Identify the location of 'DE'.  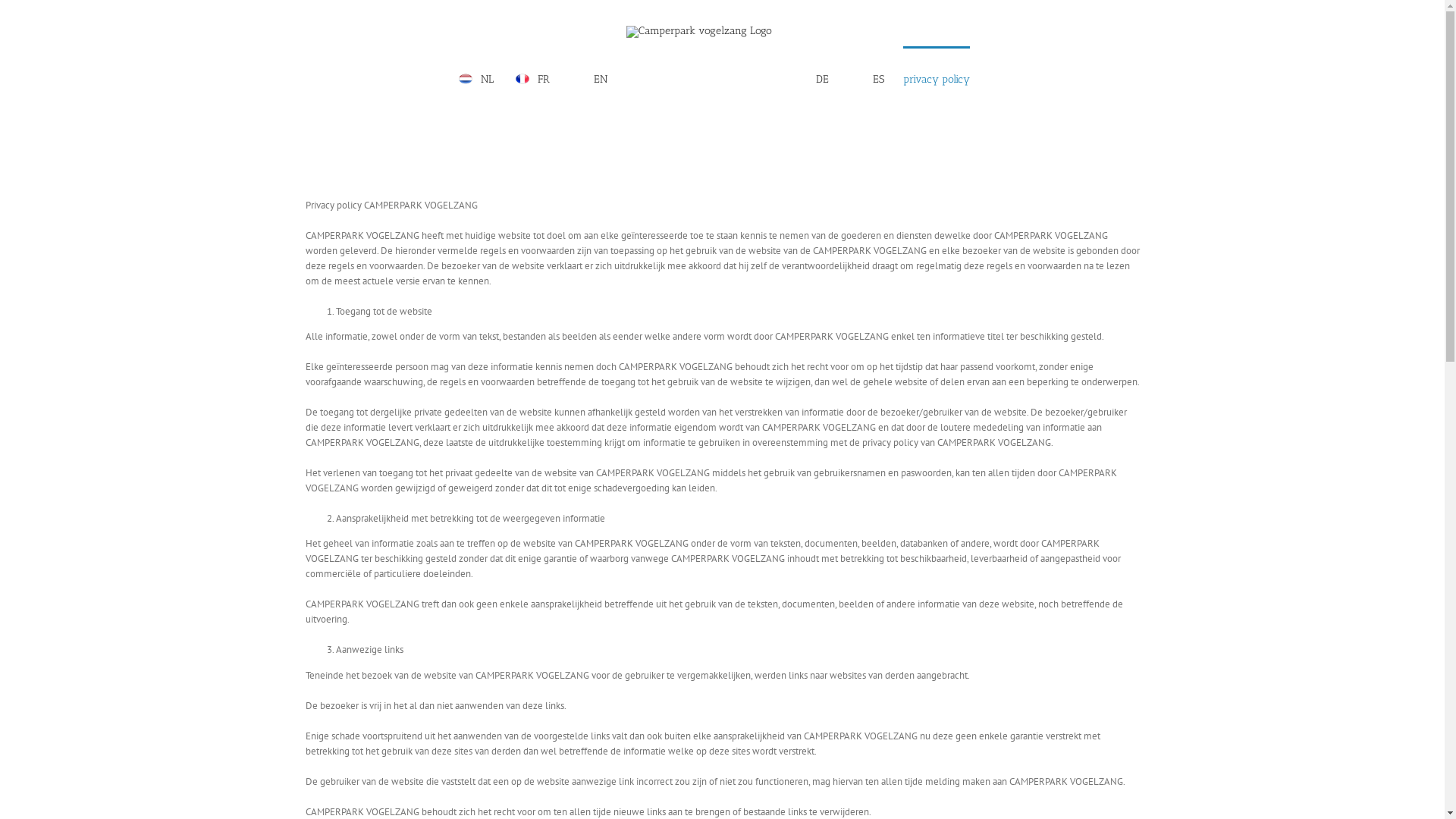
(808, 78).